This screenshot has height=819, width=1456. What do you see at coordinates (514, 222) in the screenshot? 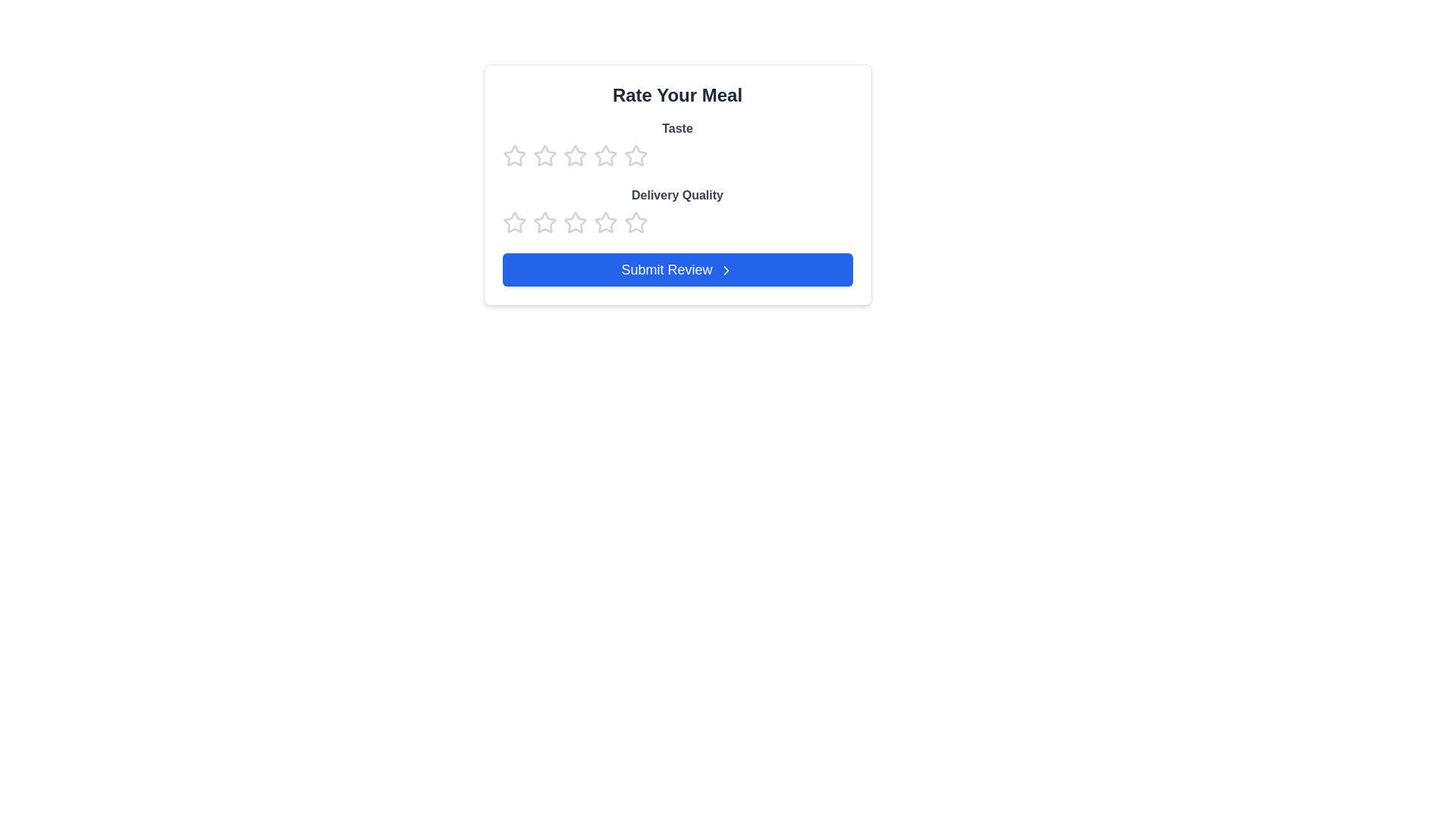
I see `the first interactive star icon in the rating section to indicate the lowest rating for 'Delivery Quality'` at bounding box center [514, 222].